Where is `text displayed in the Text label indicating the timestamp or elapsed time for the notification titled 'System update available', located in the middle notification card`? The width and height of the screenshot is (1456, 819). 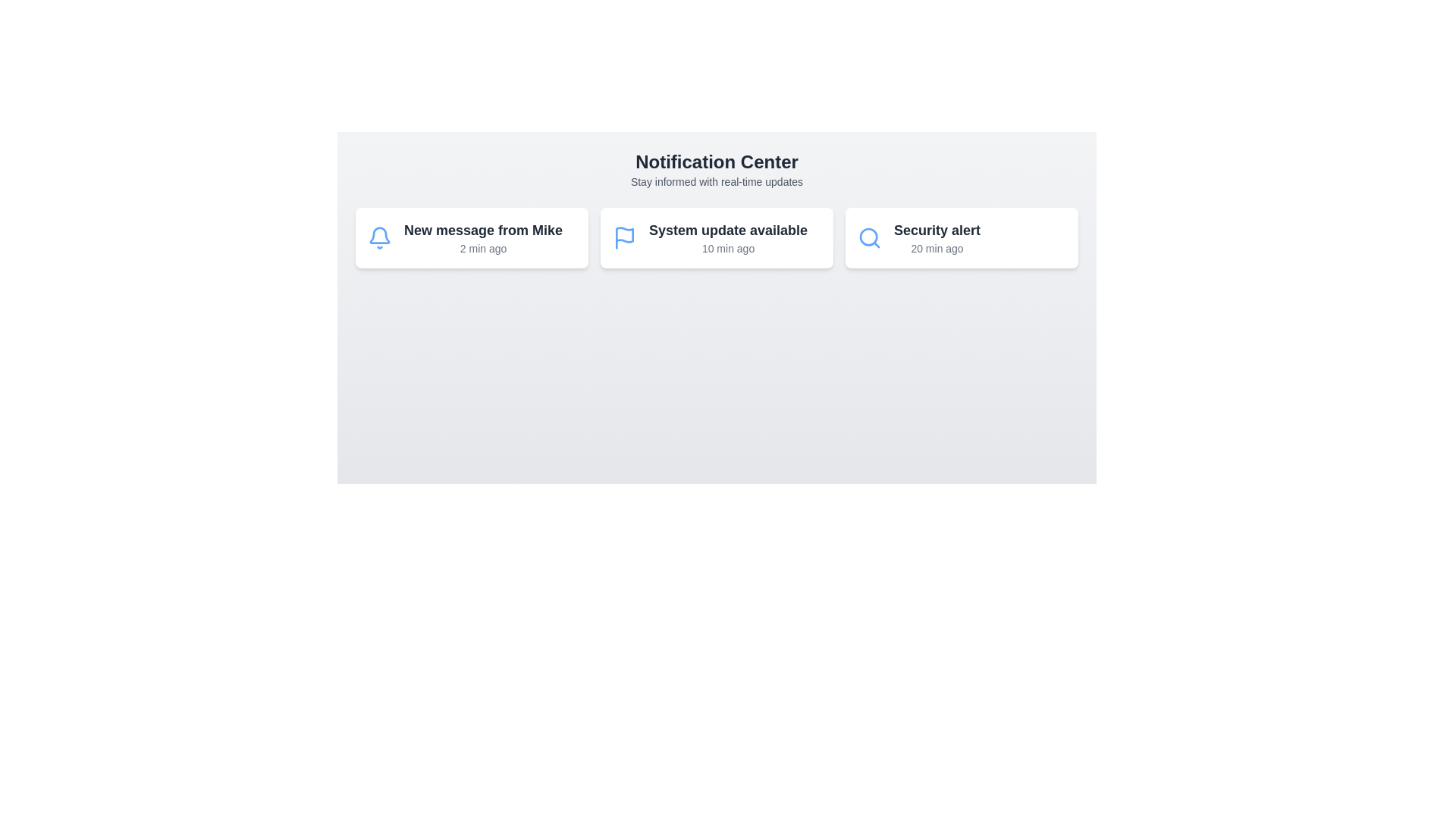
text displayed in the Text label indicating the timestamp or elapsed time for the notification titled 'System update available', located in the middle notification card is located at coordinates (728, 247).